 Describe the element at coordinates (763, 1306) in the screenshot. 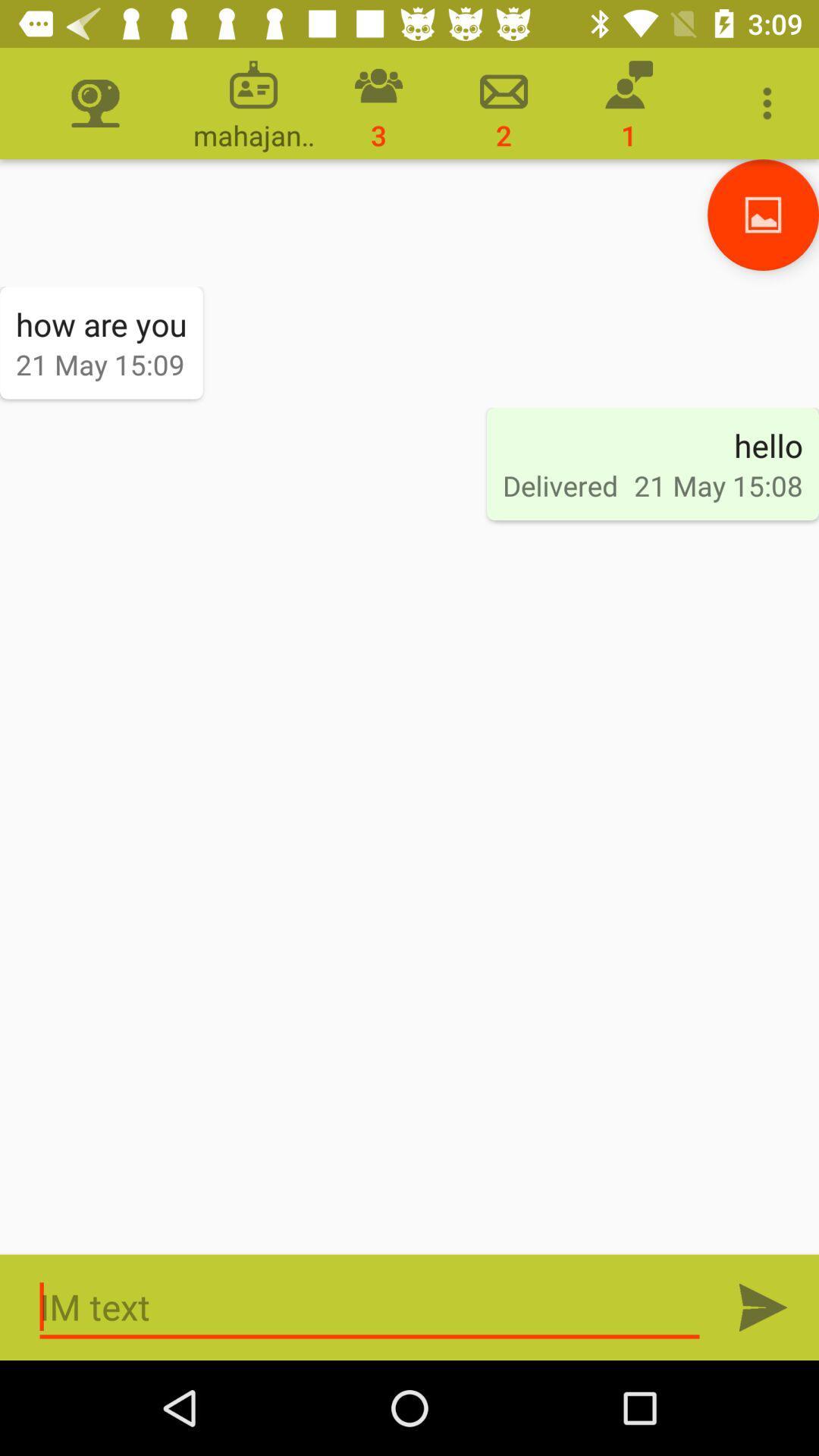

I see `the symbol at the bottom right corner of the page` at that location.